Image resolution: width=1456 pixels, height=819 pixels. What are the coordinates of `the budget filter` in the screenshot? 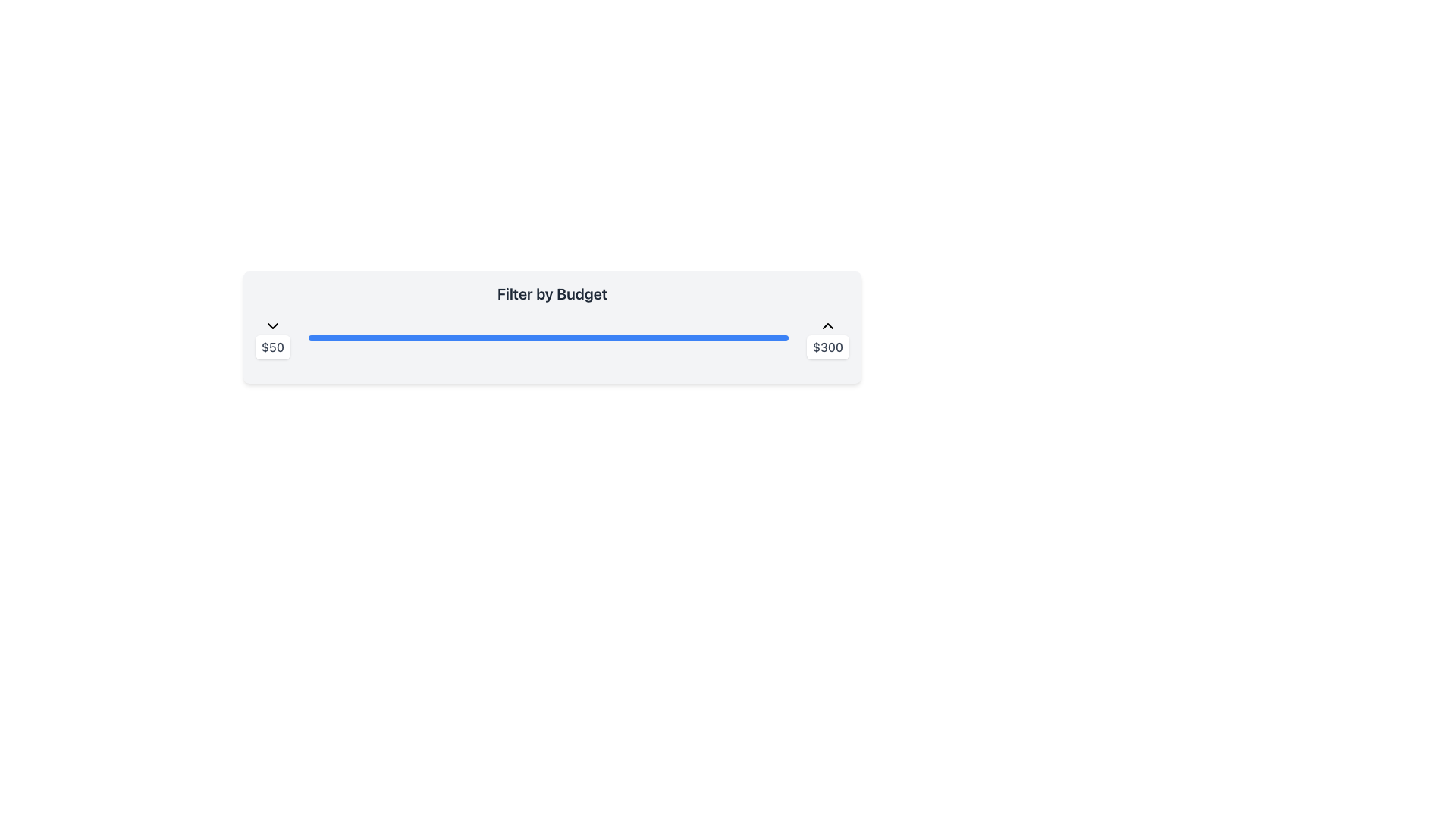 It's located at (569, 337).